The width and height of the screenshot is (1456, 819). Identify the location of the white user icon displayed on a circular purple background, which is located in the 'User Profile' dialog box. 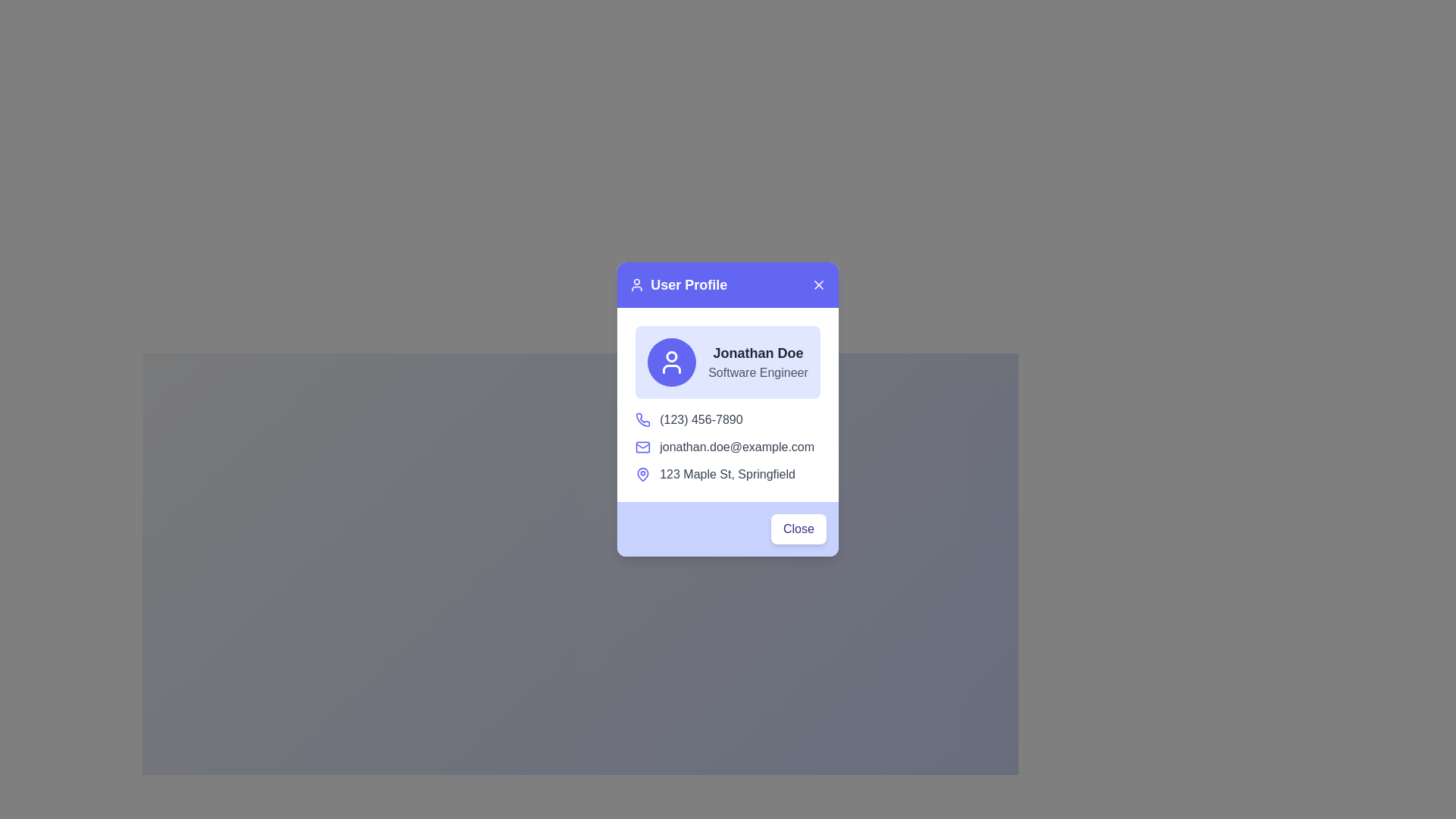
(671, 362).